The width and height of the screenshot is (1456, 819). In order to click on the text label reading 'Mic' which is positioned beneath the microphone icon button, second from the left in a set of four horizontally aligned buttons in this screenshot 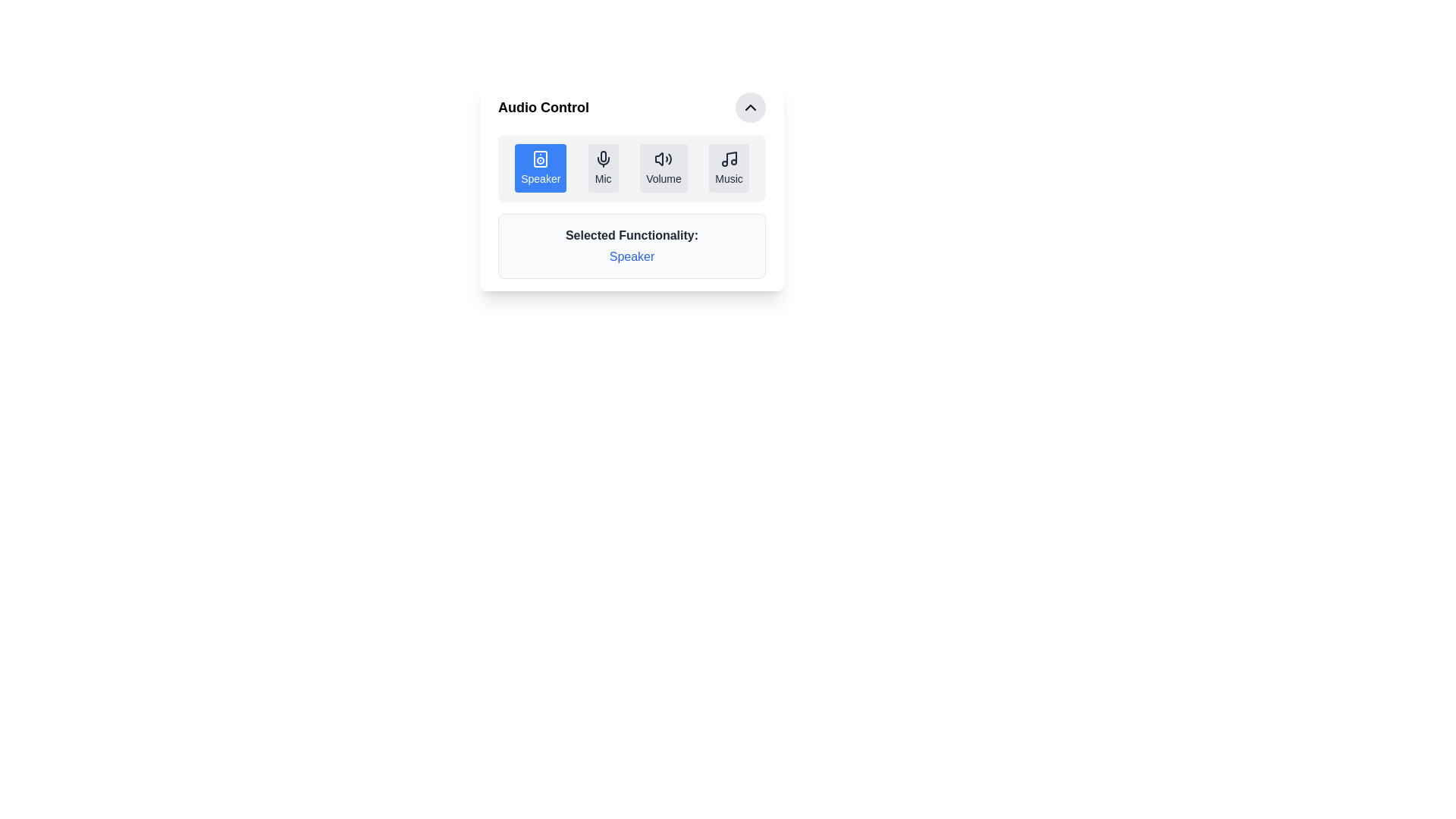, I will do `click(602, 177)`.